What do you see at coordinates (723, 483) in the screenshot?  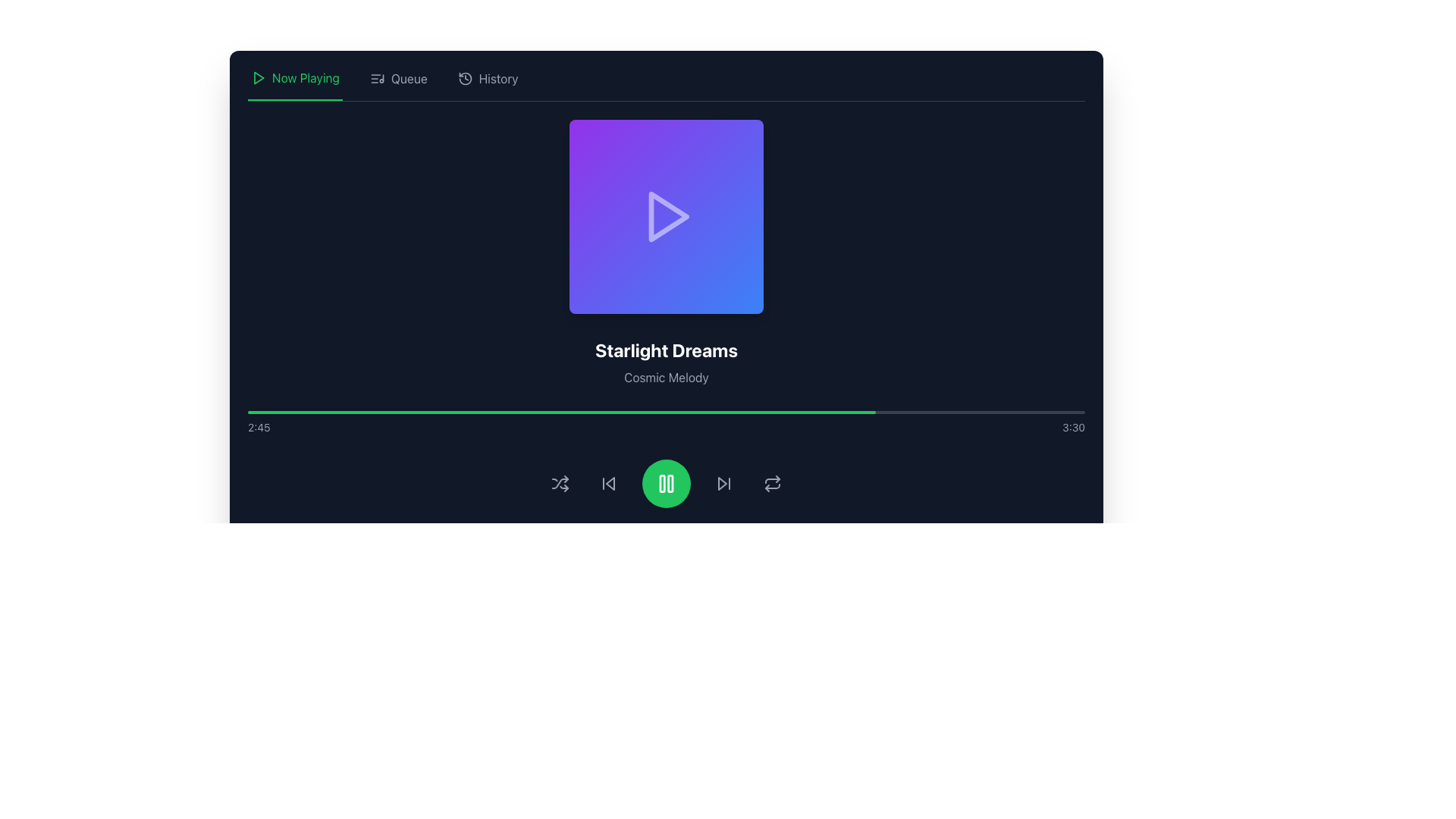 I see `the skip forward button, which is represented by a triangular arrow pointing to the right with a vertical bar, located as the fourth button from the left in the control button set at the bottom center of the interface, to skip to the next track` at bounding box center [723, 483].